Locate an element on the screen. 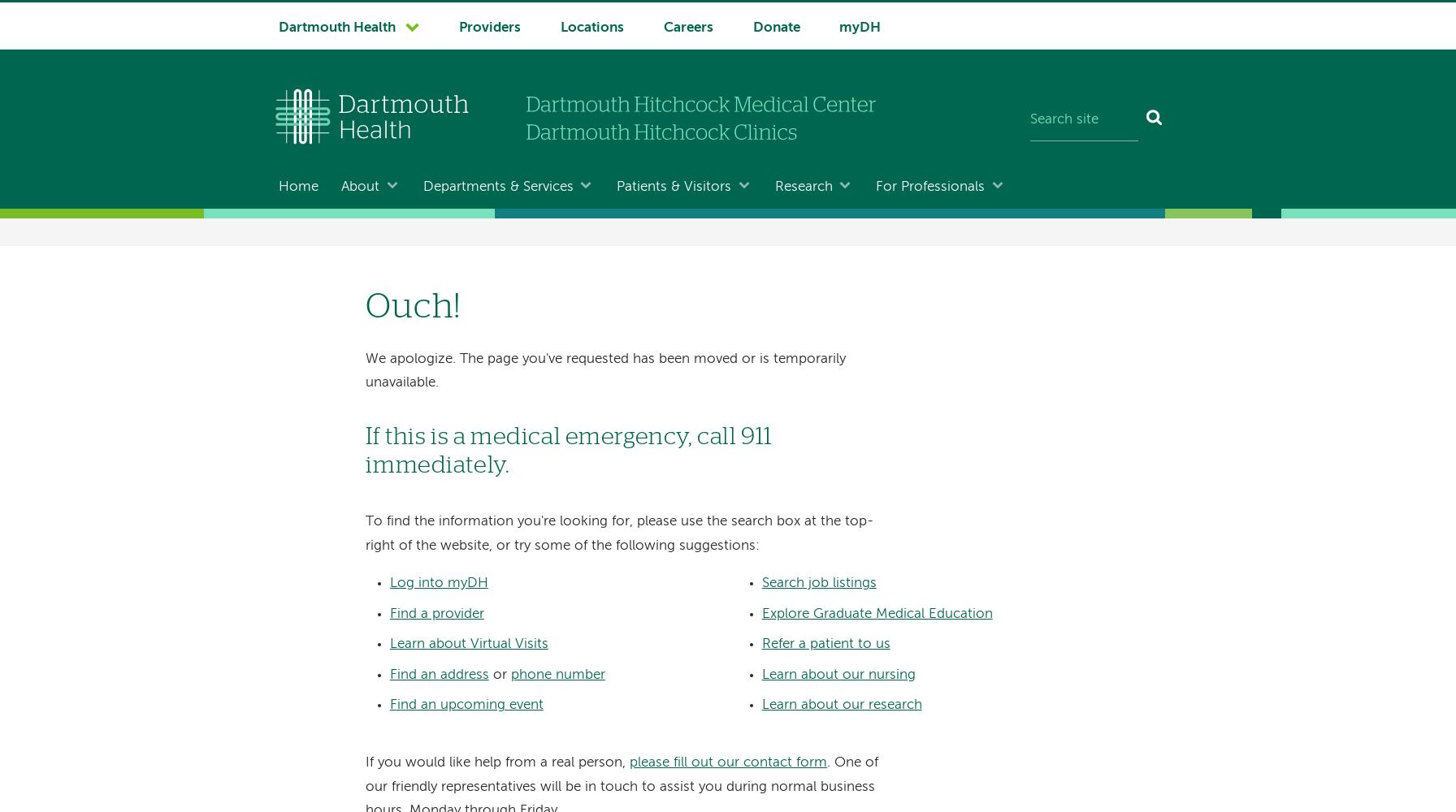  'Departments & Services' is located at coordinates (497, 185).